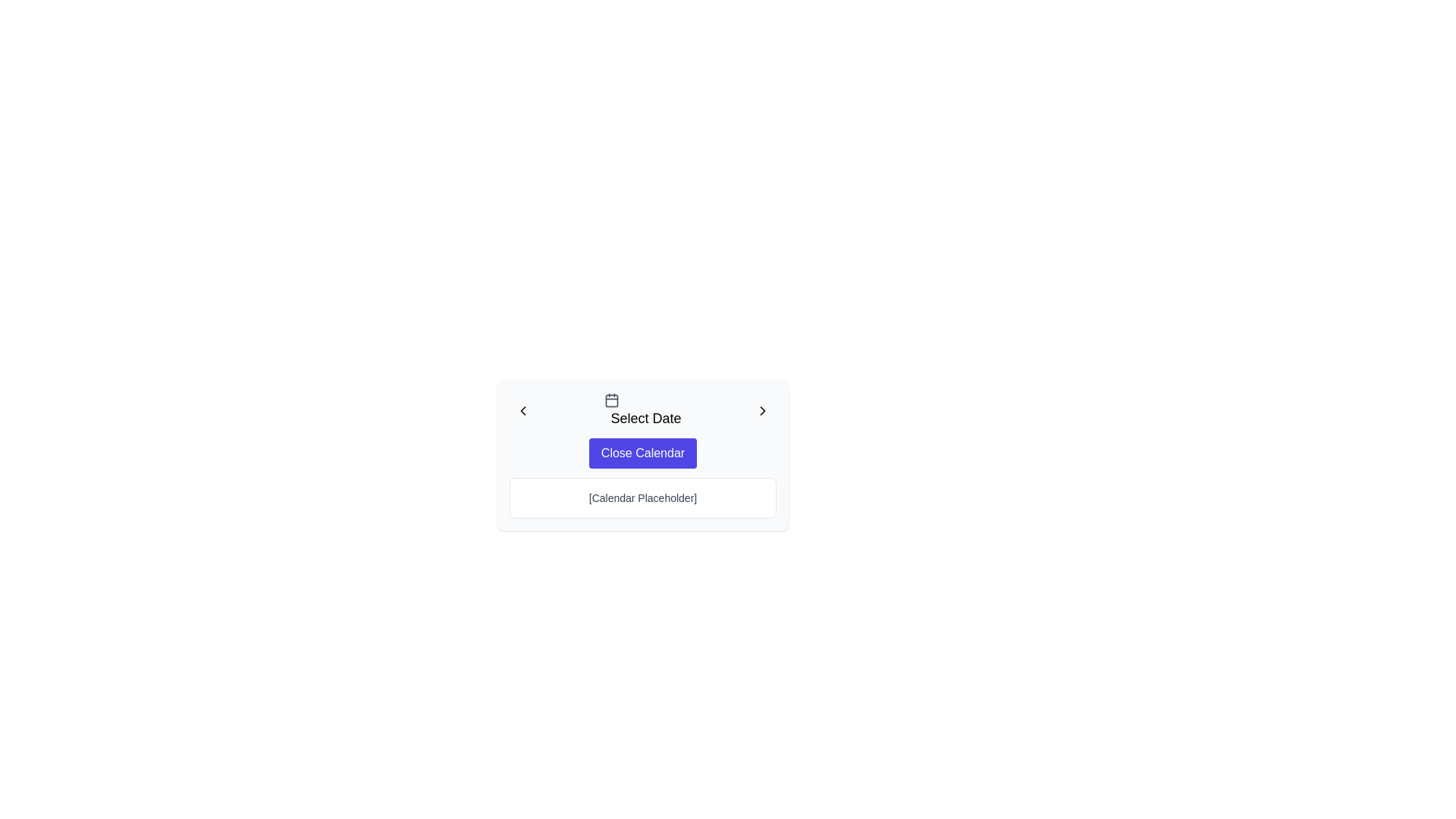  What do you see at coordinates (645, 418) in the screenshot?
I see `the text label that informs users about selecting a date, positioned horizontally centered next to the calendar icon, above the 'Close Calendar' button` at bounding box center [645, 418].